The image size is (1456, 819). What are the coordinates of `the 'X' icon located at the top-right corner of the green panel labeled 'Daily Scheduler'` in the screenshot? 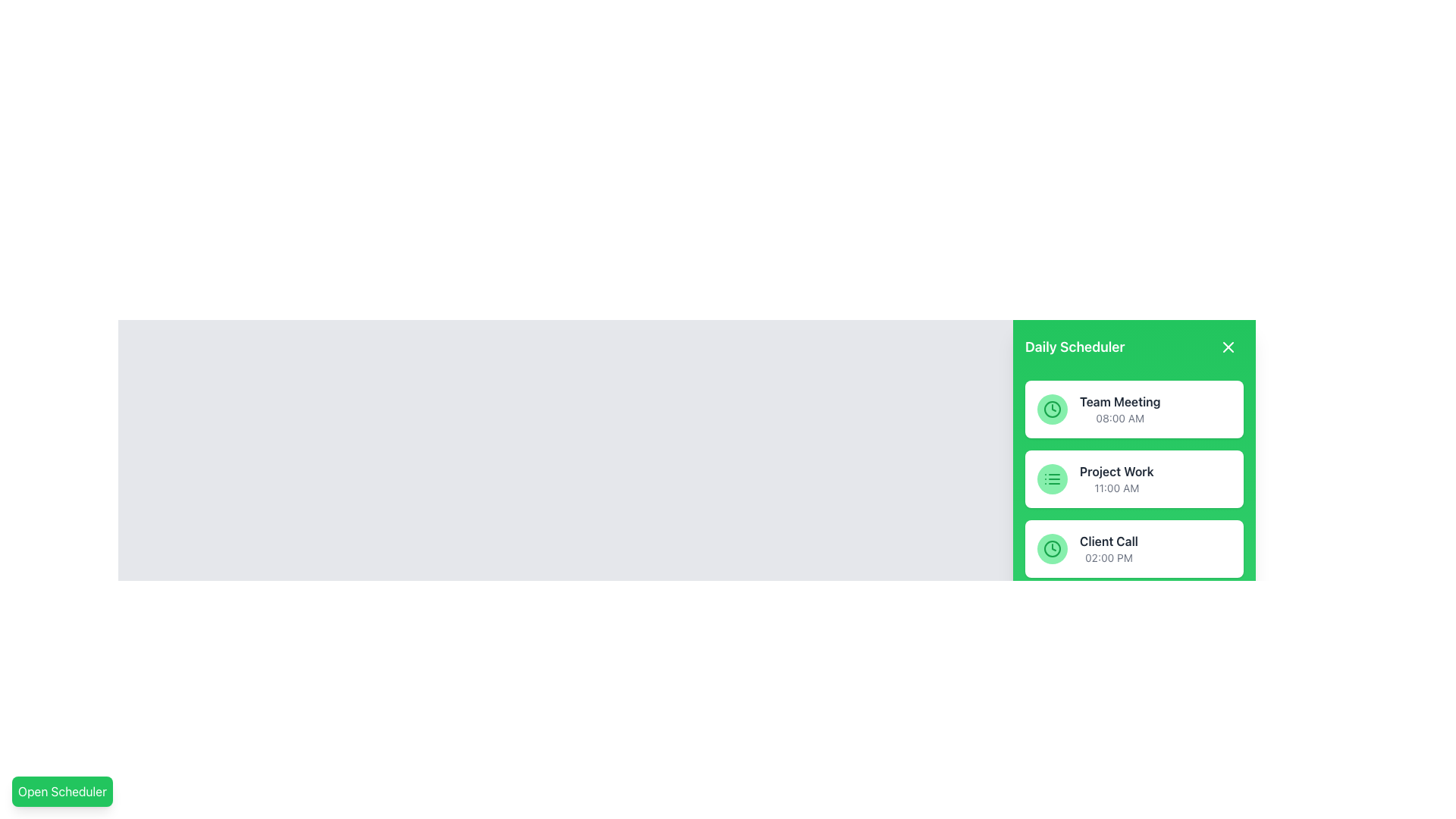 It's located at (1228, 347).